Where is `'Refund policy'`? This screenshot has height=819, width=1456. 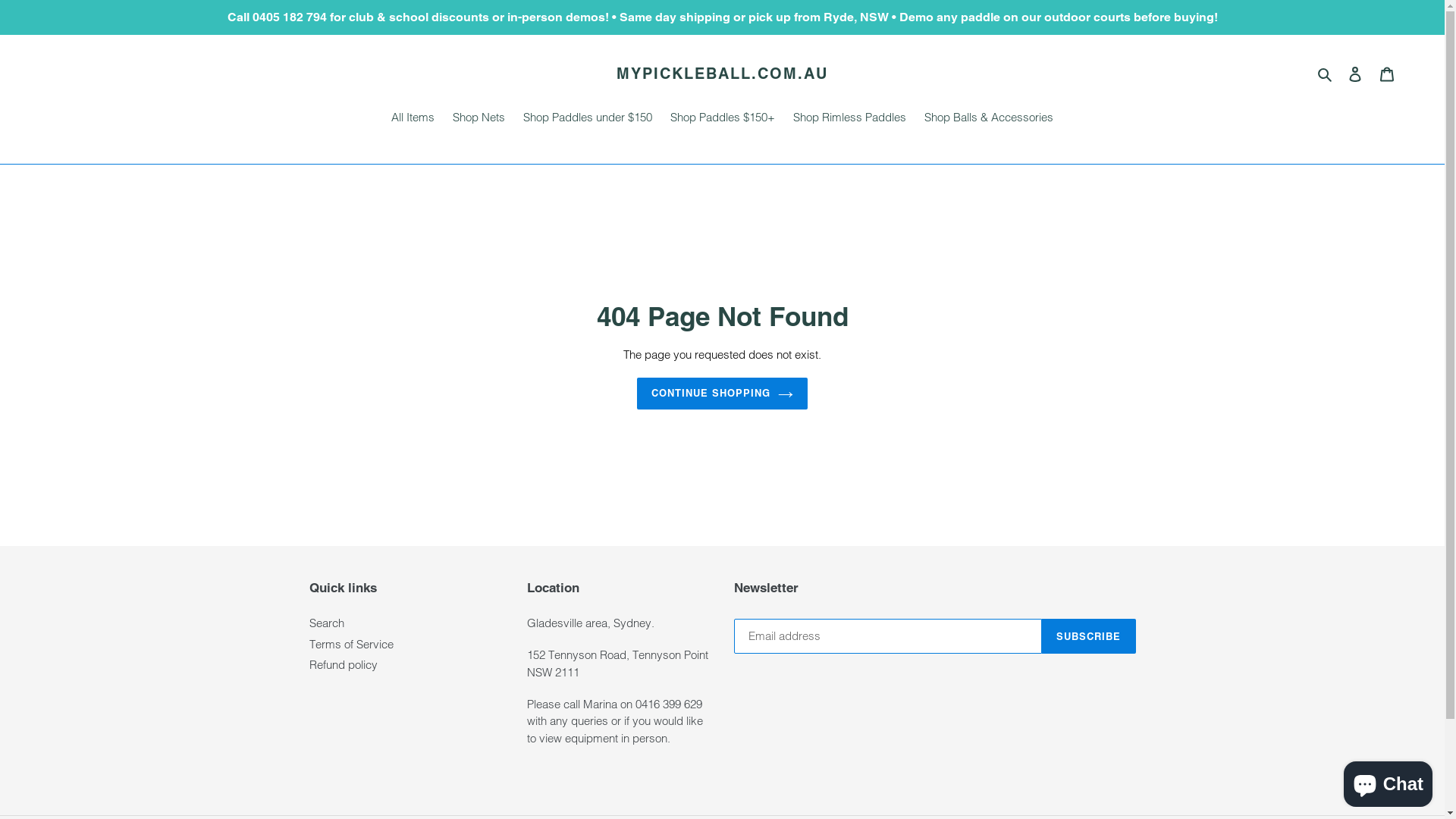 'Refund policy' is located at coordinates (342, 664).